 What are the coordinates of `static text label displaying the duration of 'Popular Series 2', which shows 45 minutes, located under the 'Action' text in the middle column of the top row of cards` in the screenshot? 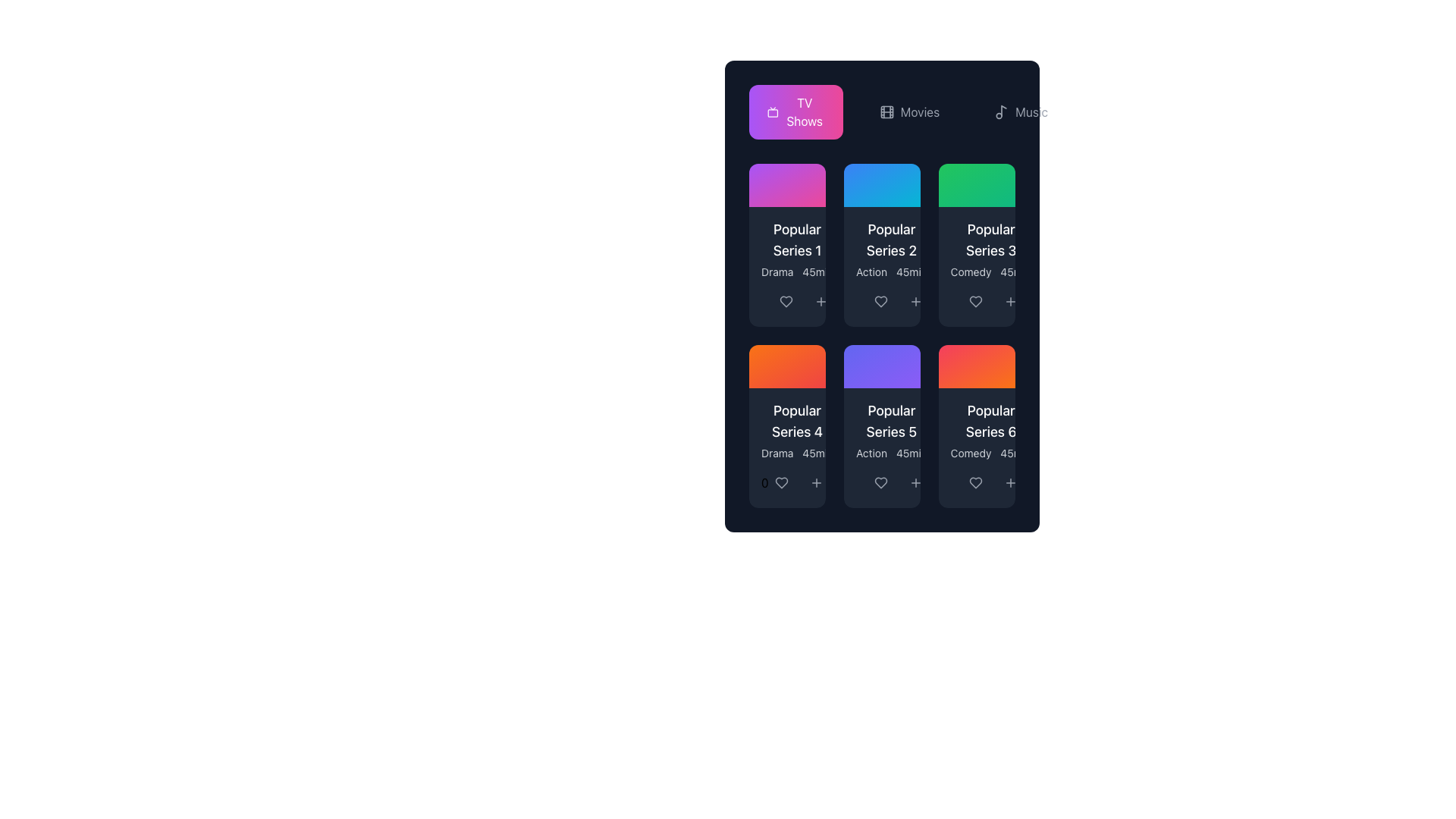 It's located at (911, 271).